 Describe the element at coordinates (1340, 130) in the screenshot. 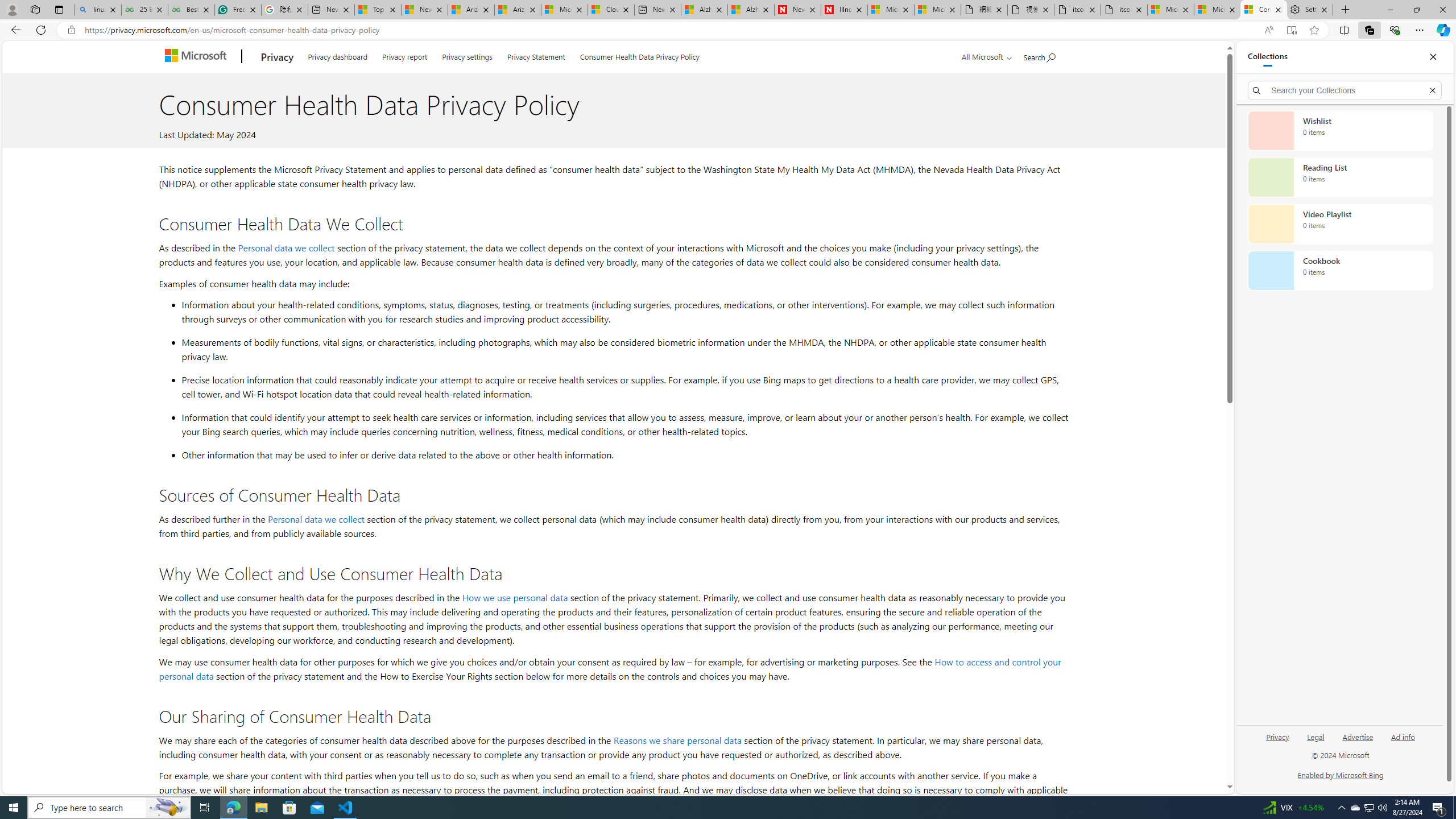

I see `'Wishlist collection, 0 items'` at that location.